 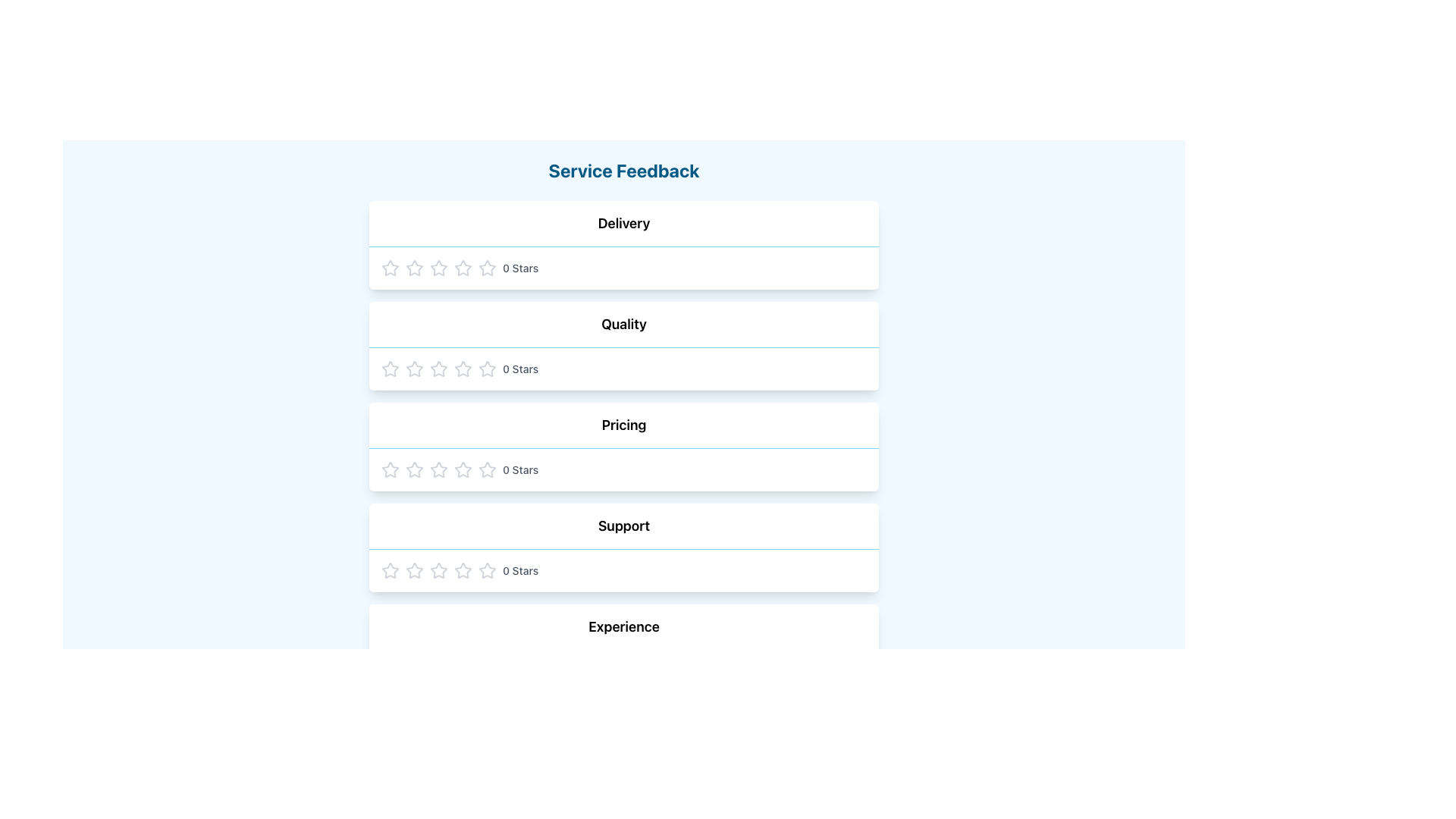 I want to click on the third star in the Quality rating row of the feedback form, so click(x=415, y=369).